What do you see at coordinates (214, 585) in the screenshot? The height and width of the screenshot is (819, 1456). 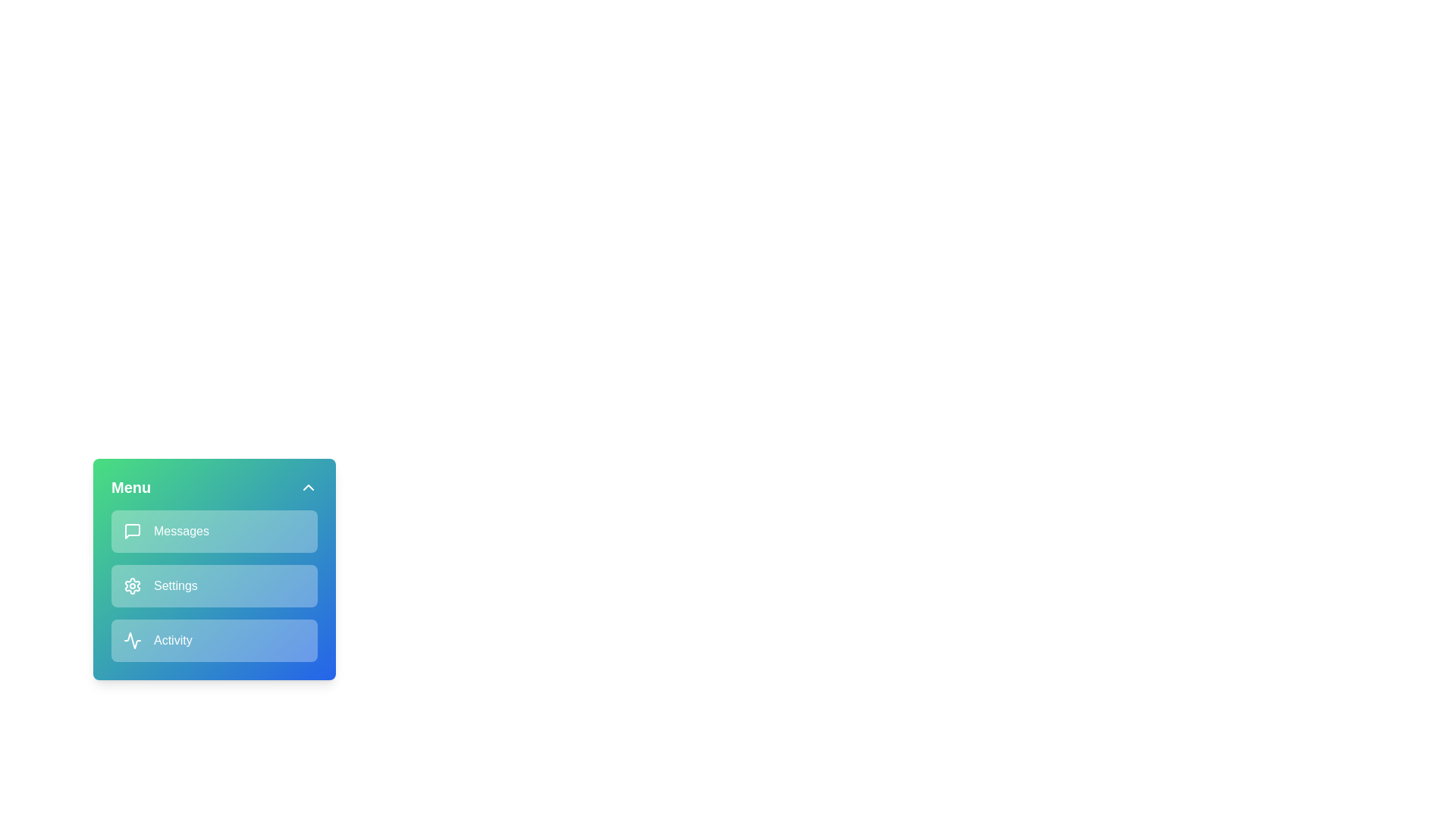 I see `the menu item labeled Settings to observe its hover effect` at bounding box center [214, 585].